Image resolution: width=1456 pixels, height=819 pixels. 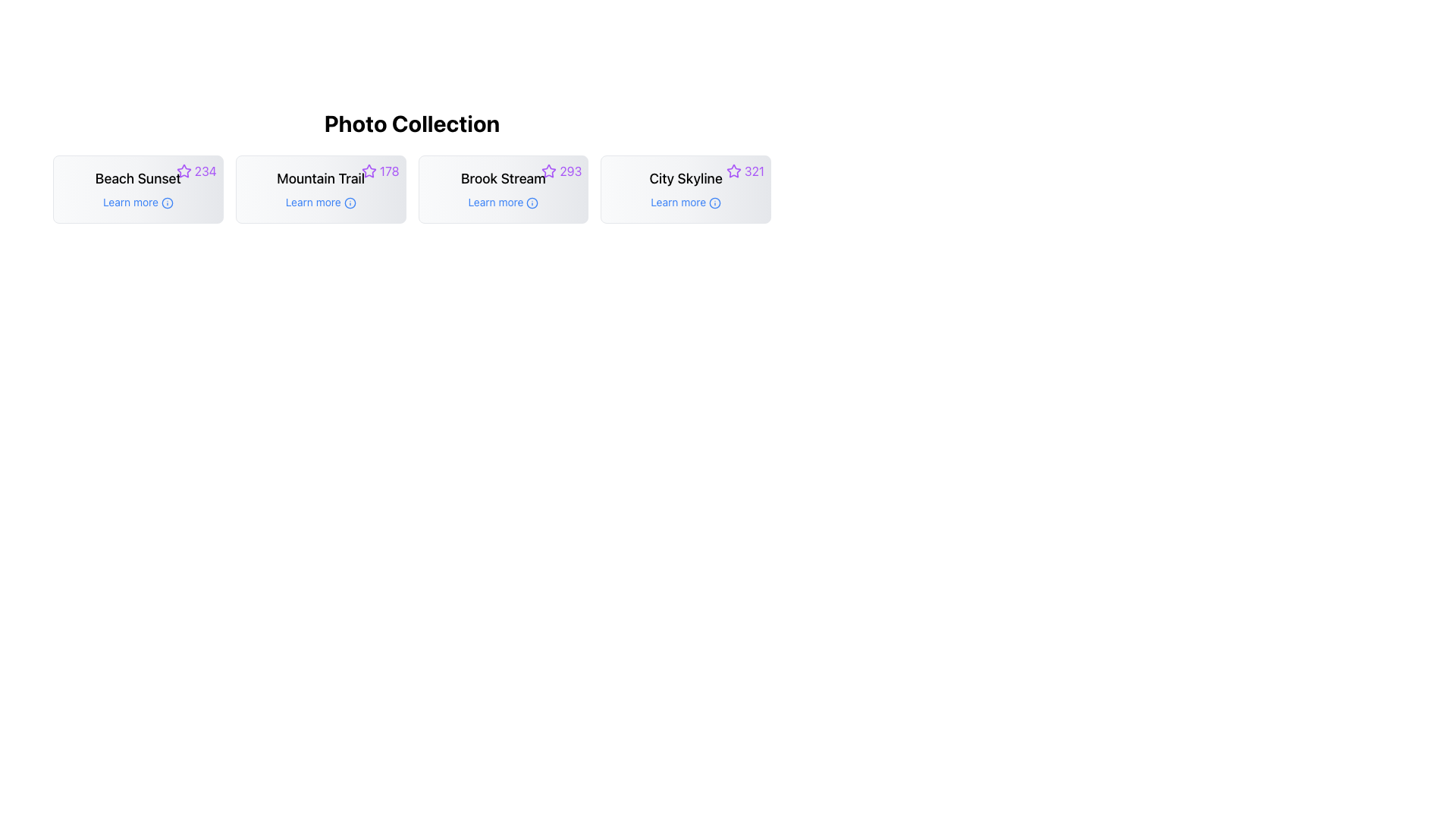 I want to click on text content of the 'Mountain Trail' text string, which is displayed in bold font and centrally aligned in the card under 'Photo Collection', so click(x=320, y=177).